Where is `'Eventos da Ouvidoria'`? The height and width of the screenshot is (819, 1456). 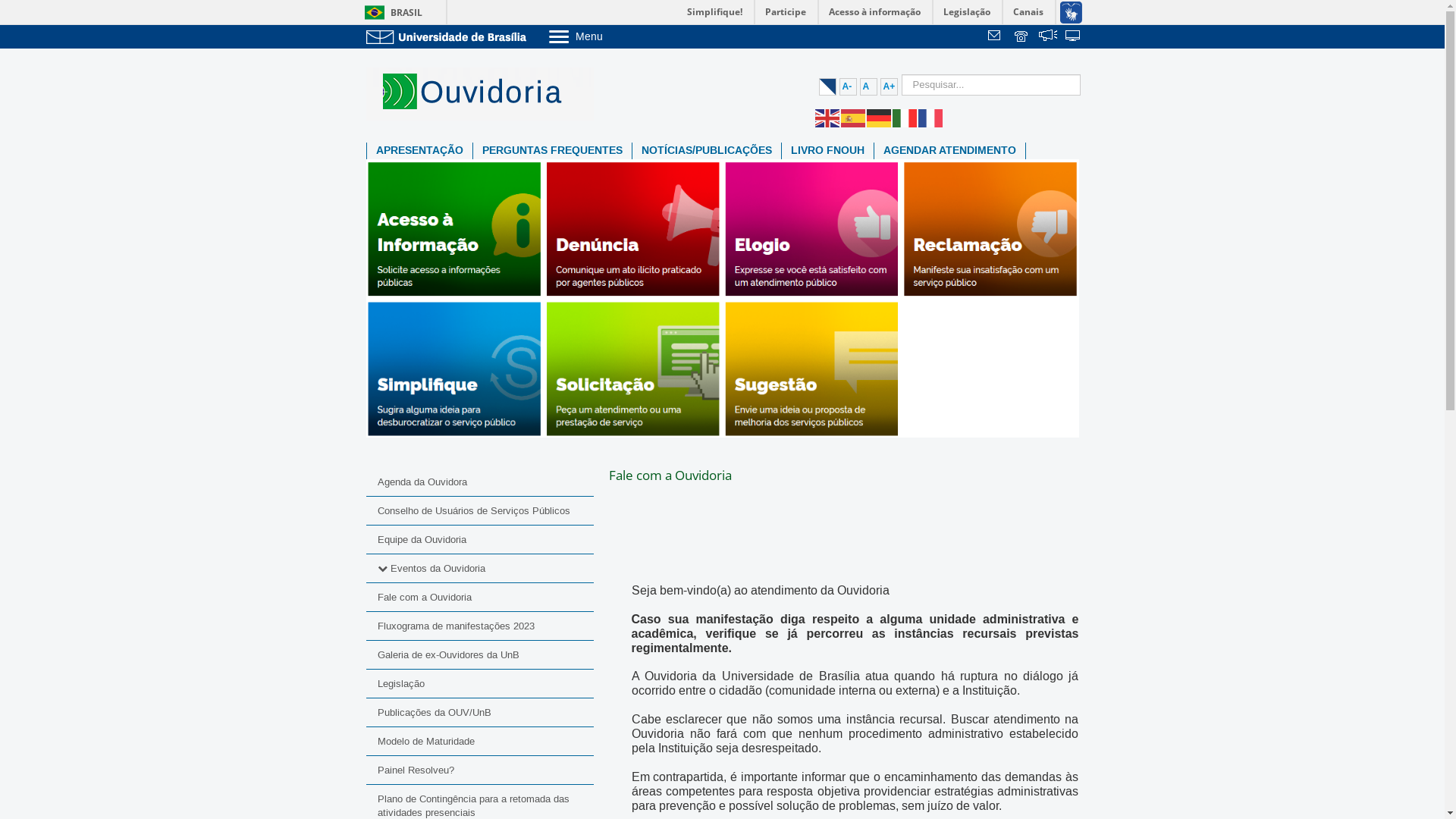
'Eventos da Ouvidoria' is located at coordinates (436, 568).